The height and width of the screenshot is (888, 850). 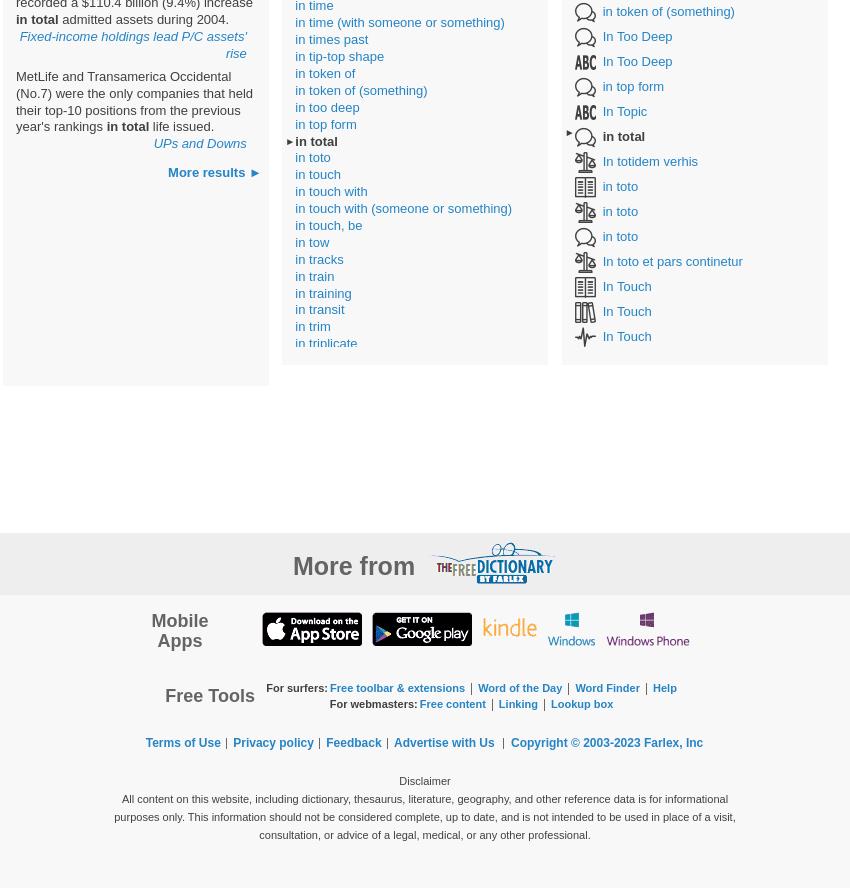 I want to click on 'Lookup box', so click(x=581, y=704).